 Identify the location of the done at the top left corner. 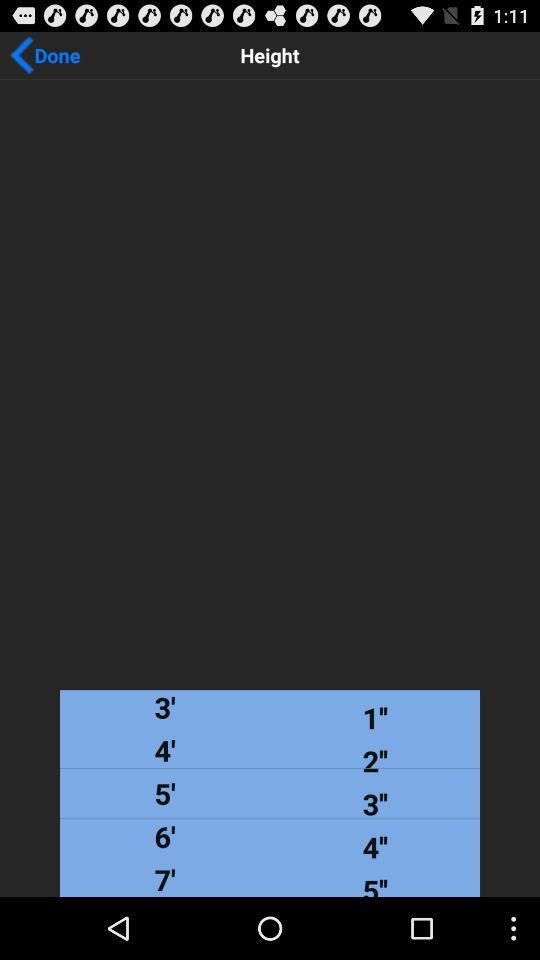
(44, 54).